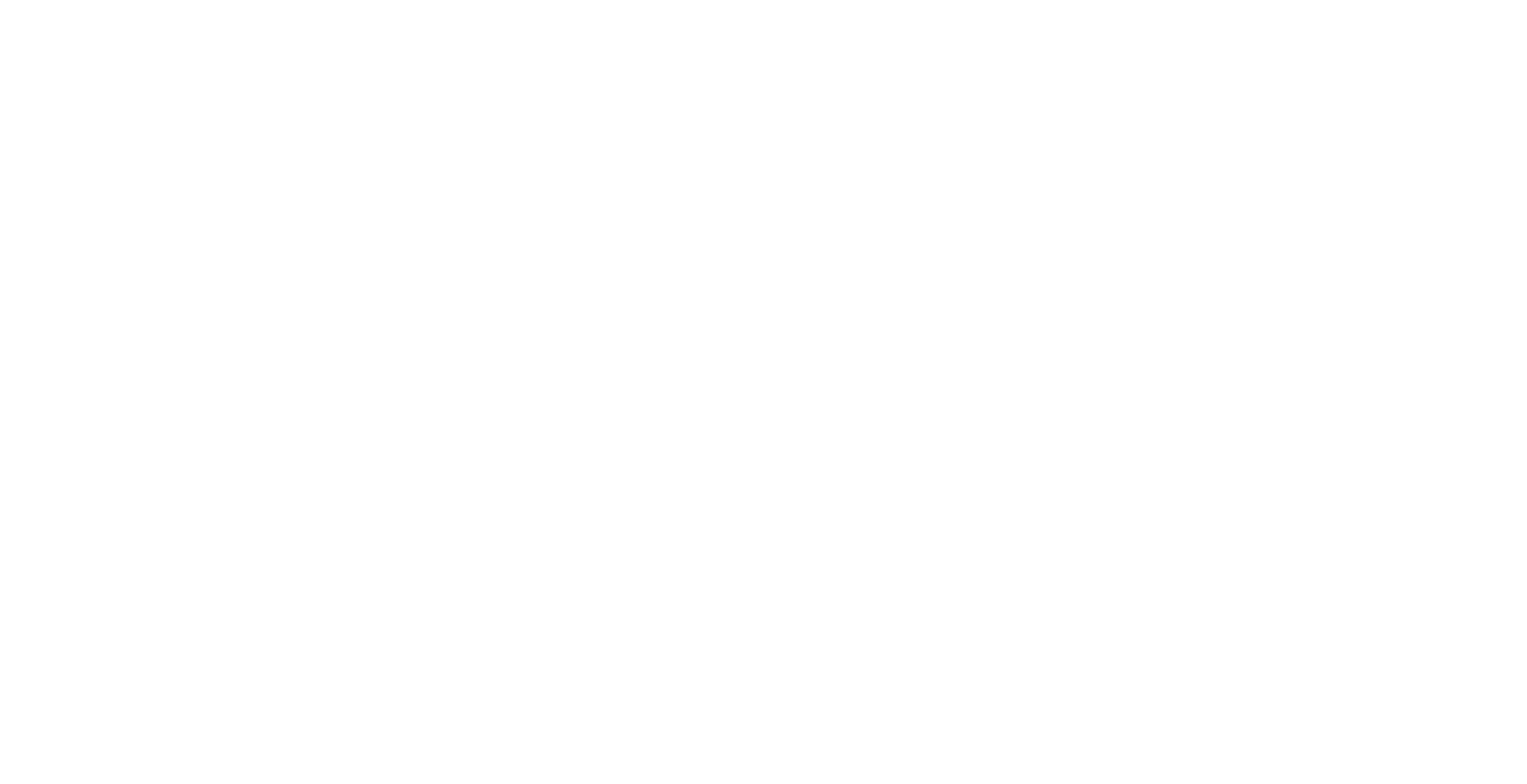  Describe the element at coordinates (612, 311) in the screenshot. I see `'23115
				Leonard Hall Drive, #653'` at that location.